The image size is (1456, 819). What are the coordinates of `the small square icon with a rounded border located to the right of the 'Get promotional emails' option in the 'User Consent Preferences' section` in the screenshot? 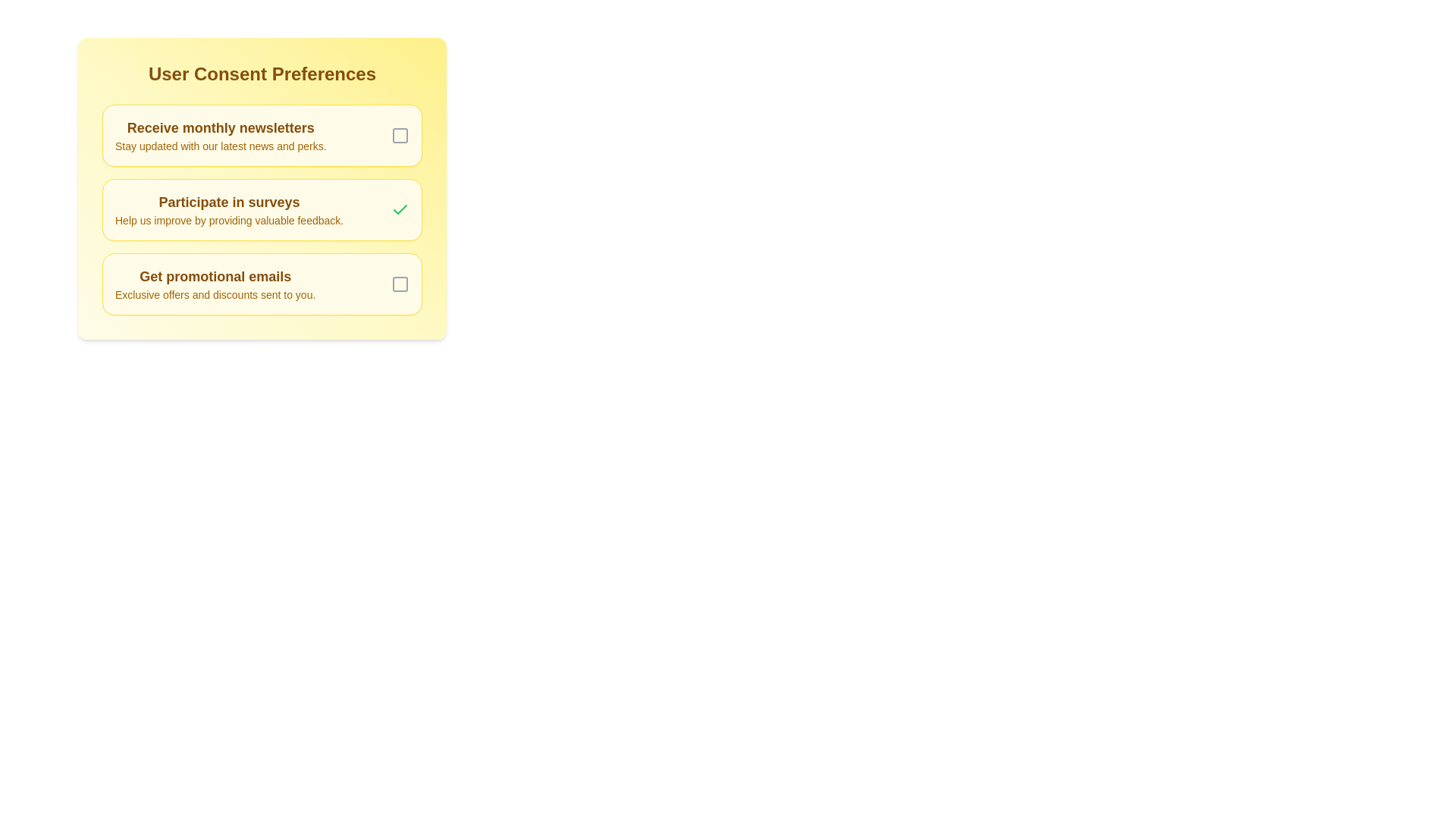 It's located at (400, 284).